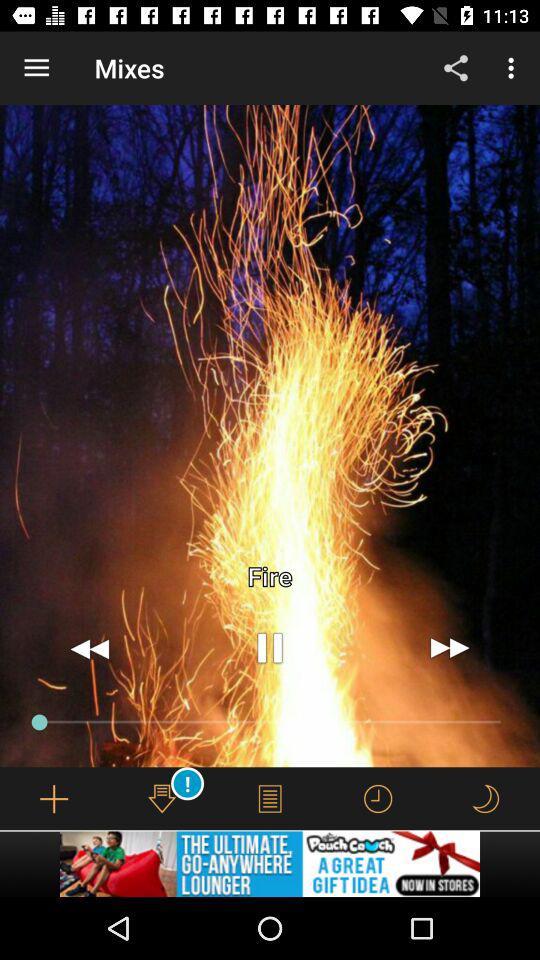 The height and width of the screenshot is (960, 540). Describe the element at coordinates (484, 798) in the screenshot. I see `set the sleep mode` at that location.